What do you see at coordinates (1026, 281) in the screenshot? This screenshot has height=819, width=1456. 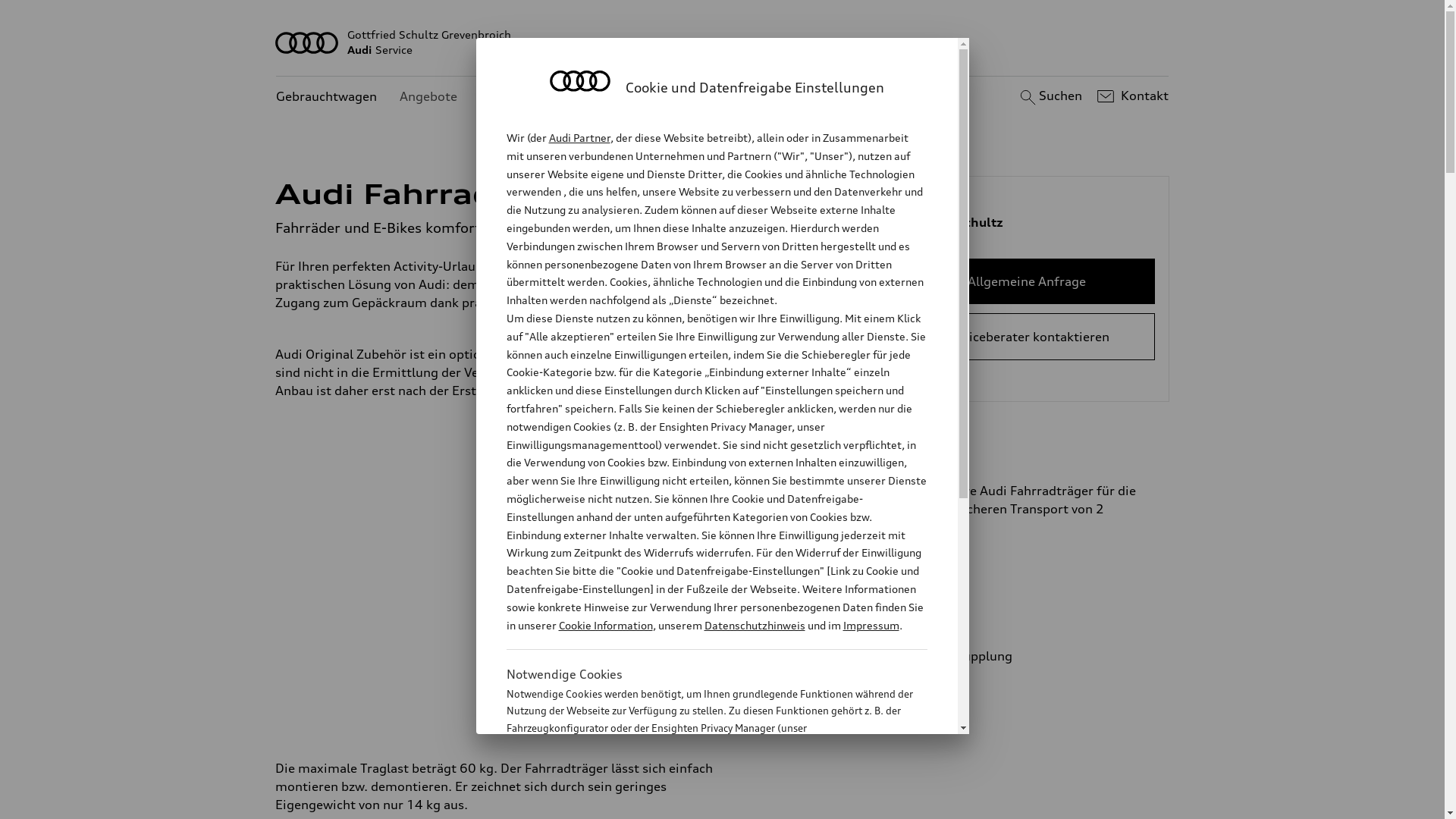 I see `'Allgemeine Anfrage'` at bounding box center [1026, 281].